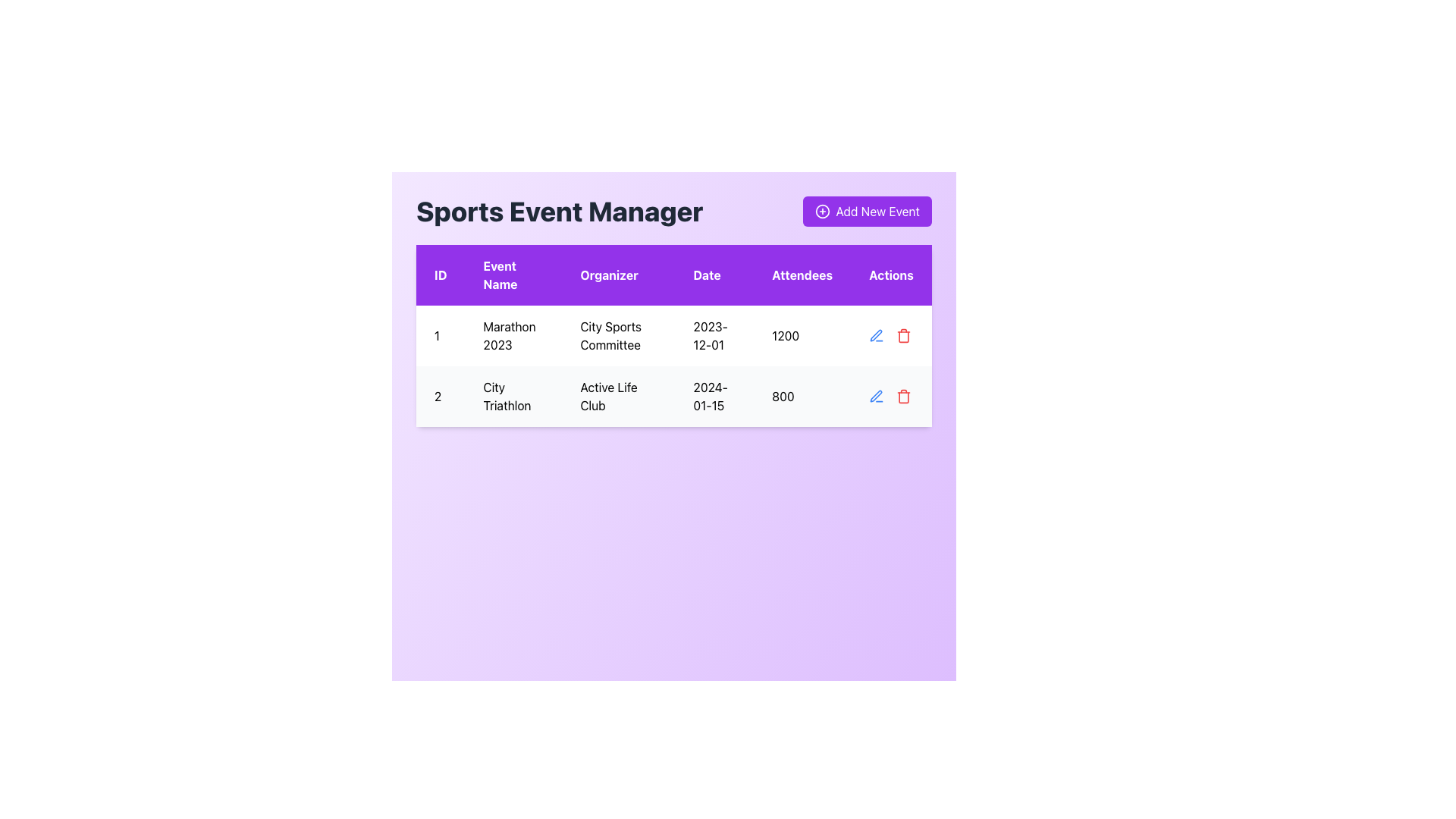 This screenshot has height=819, width=1456. I want to click on the editing icon located in the 'Actions' column of the second row of the table to initiate editing, so click(876, 334).